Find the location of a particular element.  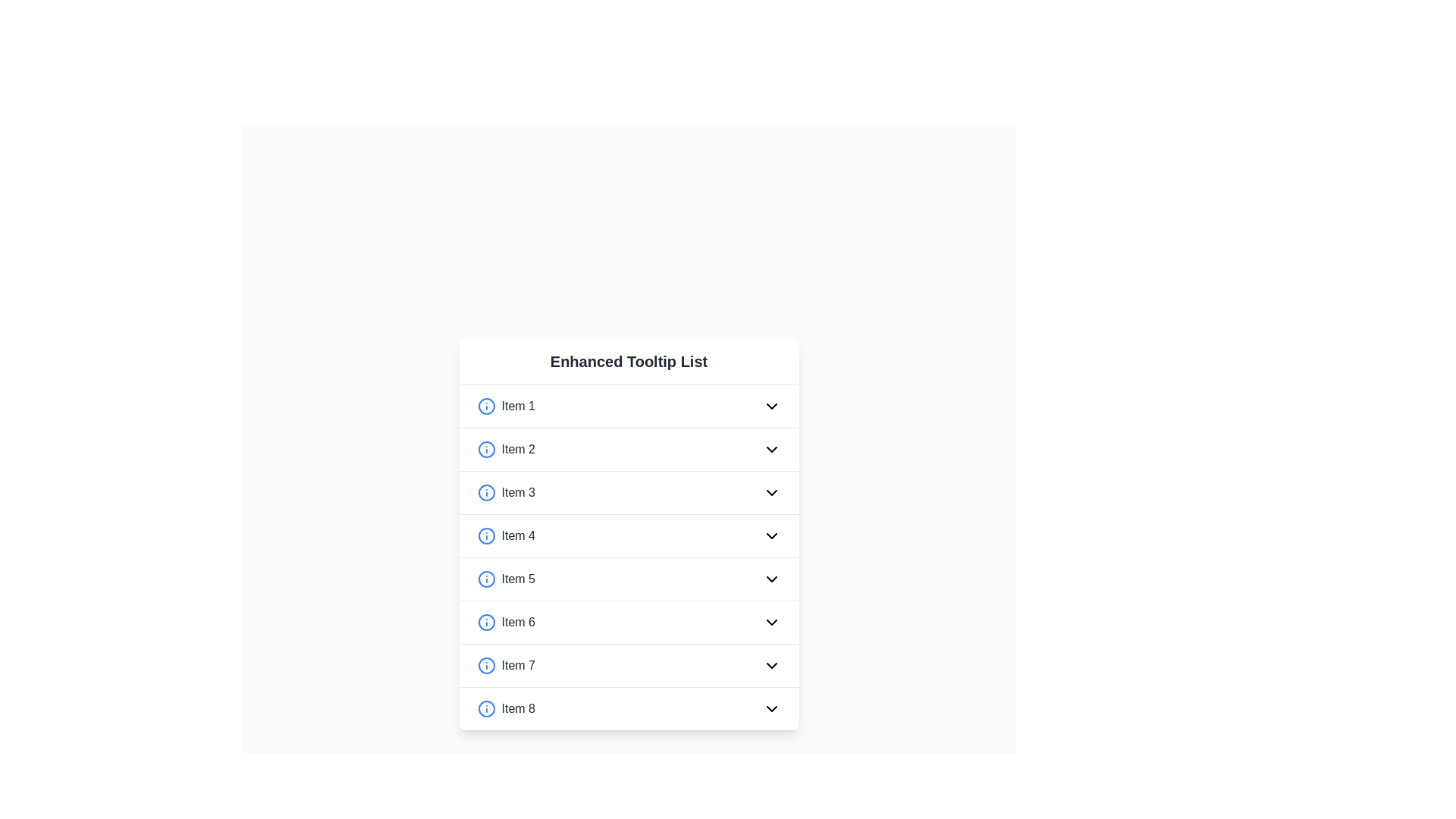

the downward-facing chevron icon of the 'Item 2' row in the 'Enhanced Tooltip List' is located at coordinates (771, 449).